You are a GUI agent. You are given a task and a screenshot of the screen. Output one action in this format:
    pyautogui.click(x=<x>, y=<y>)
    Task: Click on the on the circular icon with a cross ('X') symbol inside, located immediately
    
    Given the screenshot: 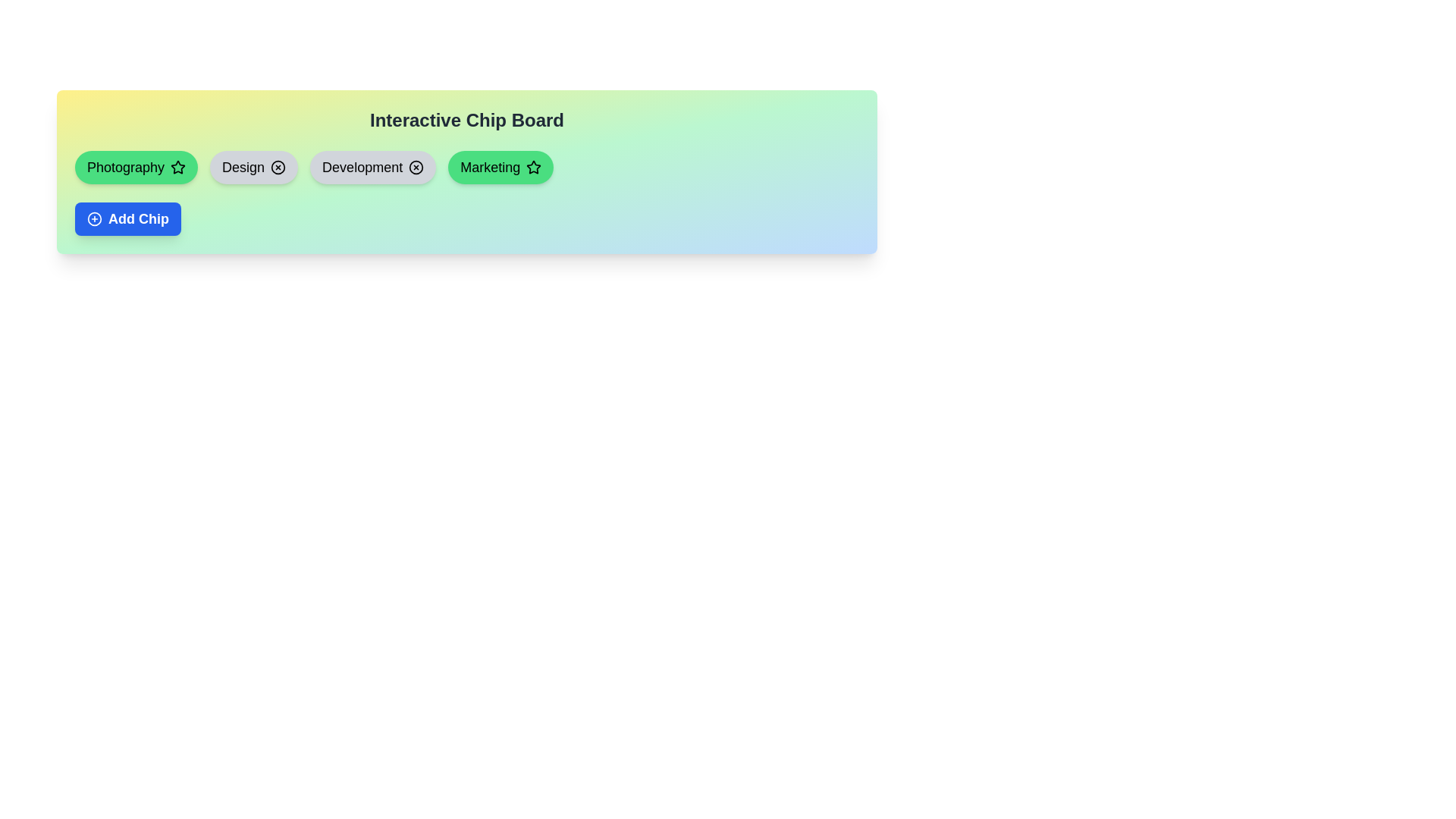 What is the action you would take?
    pyautogui.click(x=416, y=167)
    